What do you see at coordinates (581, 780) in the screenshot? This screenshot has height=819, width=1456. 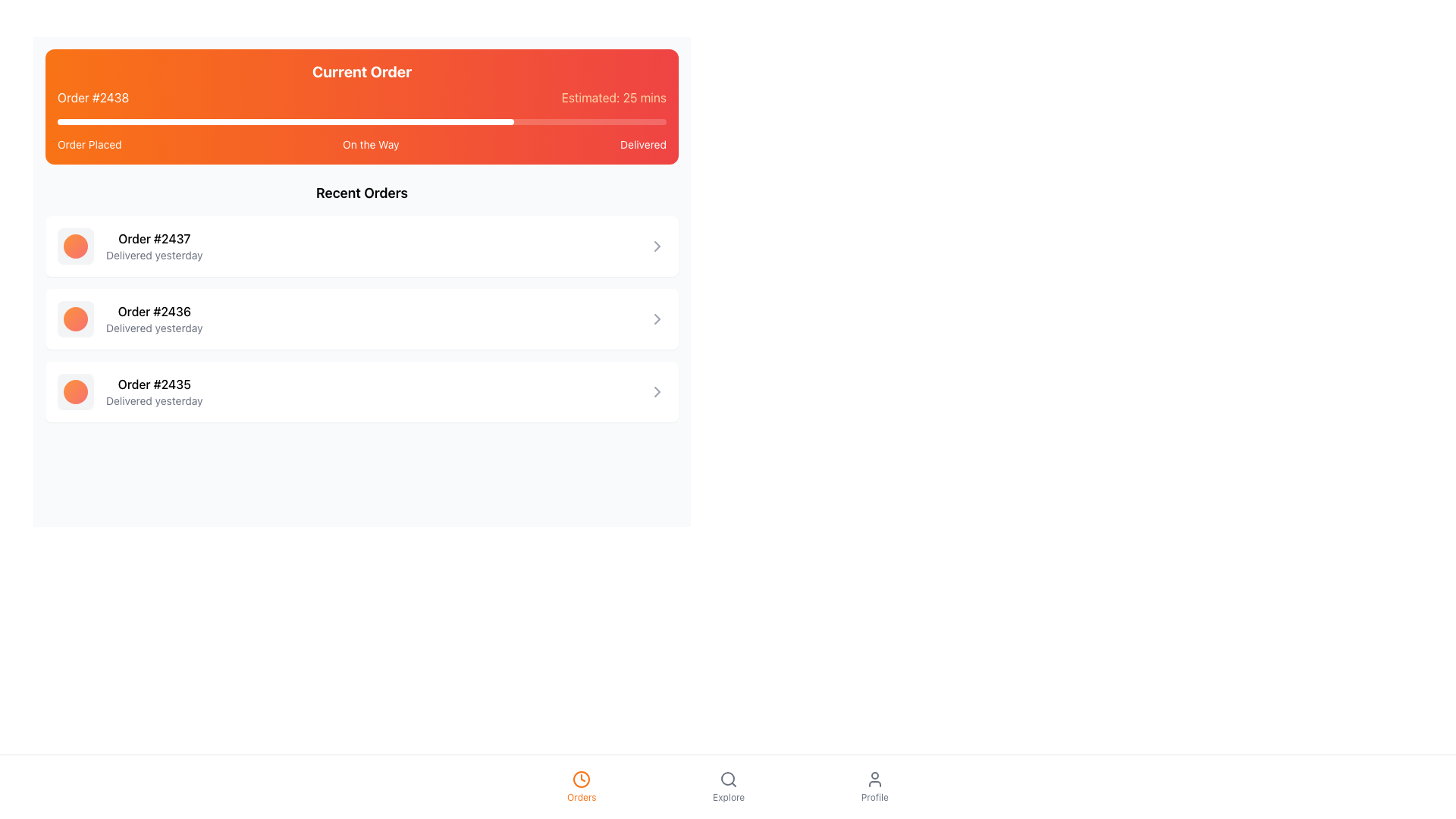 I see `the SVG Circle representing the clock icon in the 'Orders' section of the bottom navigation bar` at bounding box center [581, 780].